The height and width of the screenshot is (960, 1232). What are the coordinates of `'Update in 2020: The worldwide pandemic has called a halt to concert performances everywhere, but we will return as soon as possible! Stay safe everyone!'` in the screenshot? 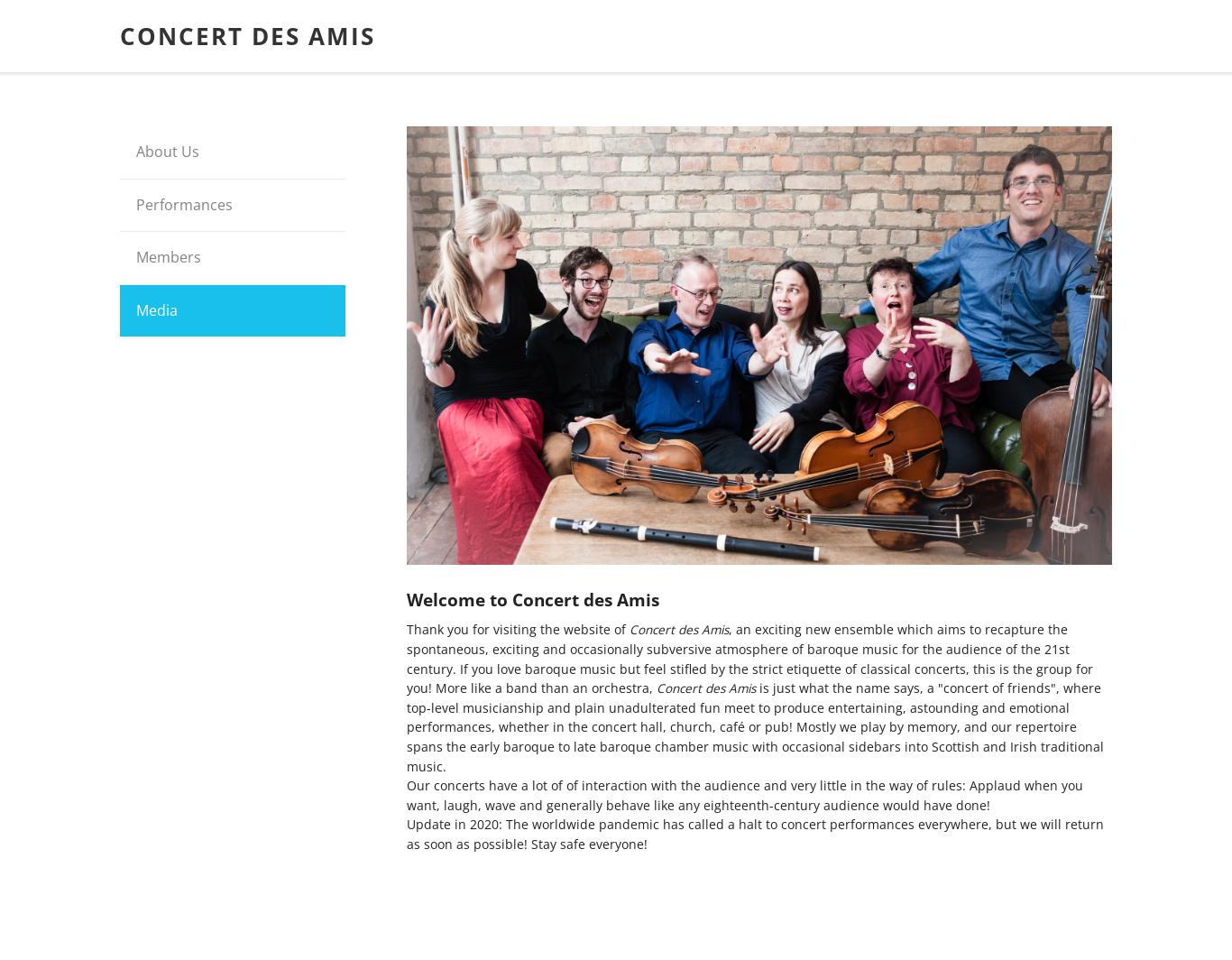 It's located at (754, 835).